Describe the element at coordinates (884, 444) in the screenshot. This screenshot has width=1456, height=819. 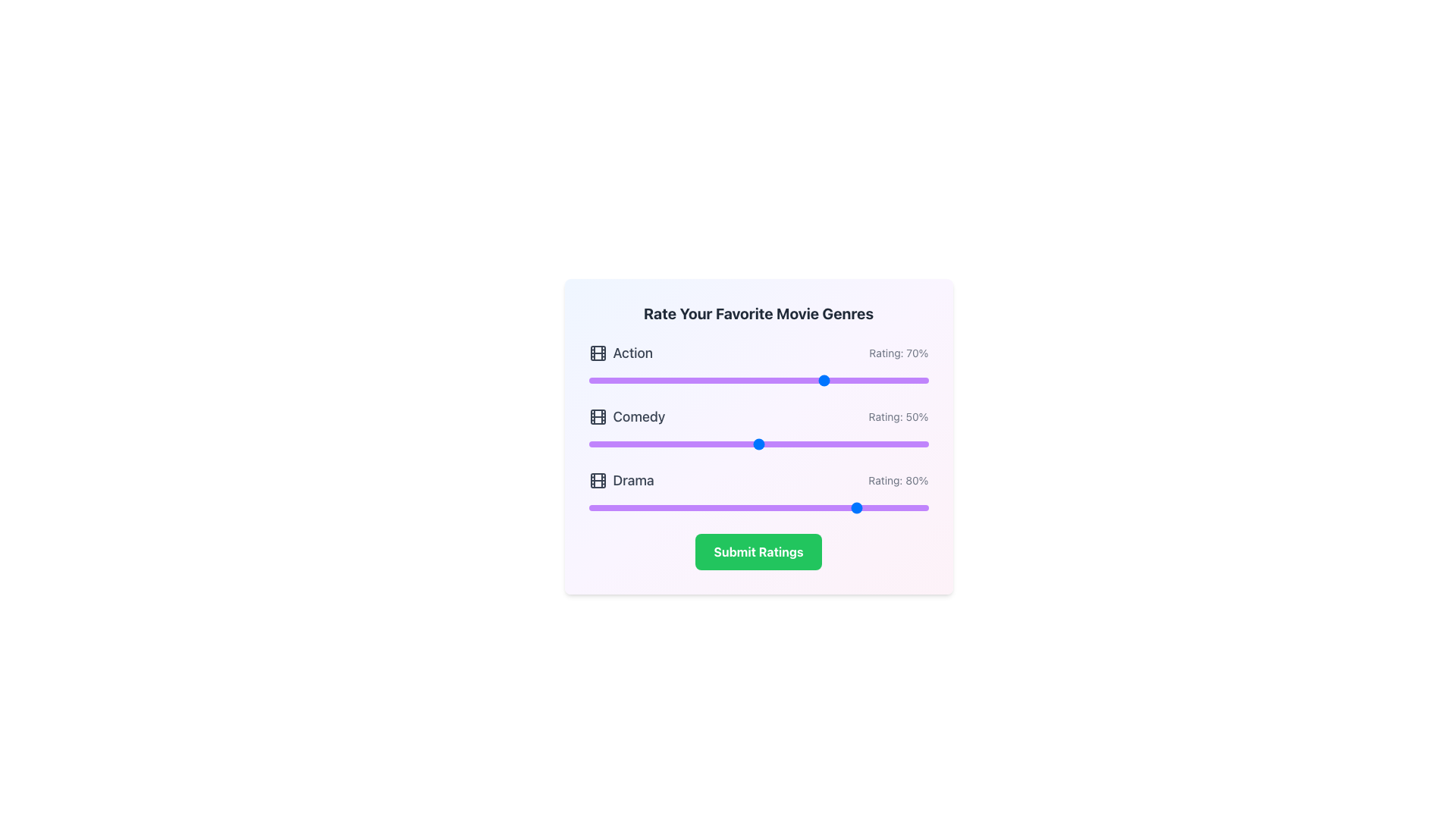
I see `the slider` at that location.